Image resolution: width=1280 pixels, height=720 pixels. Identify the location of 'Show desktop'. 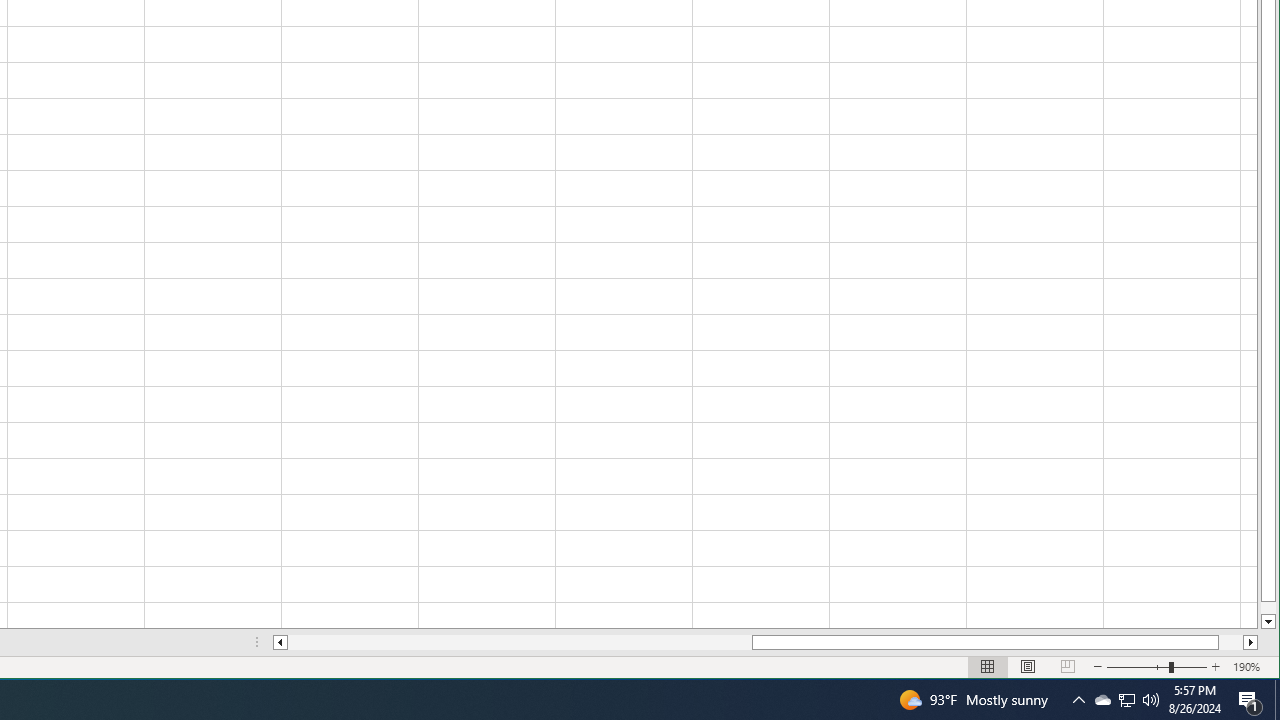
(1250, 698).